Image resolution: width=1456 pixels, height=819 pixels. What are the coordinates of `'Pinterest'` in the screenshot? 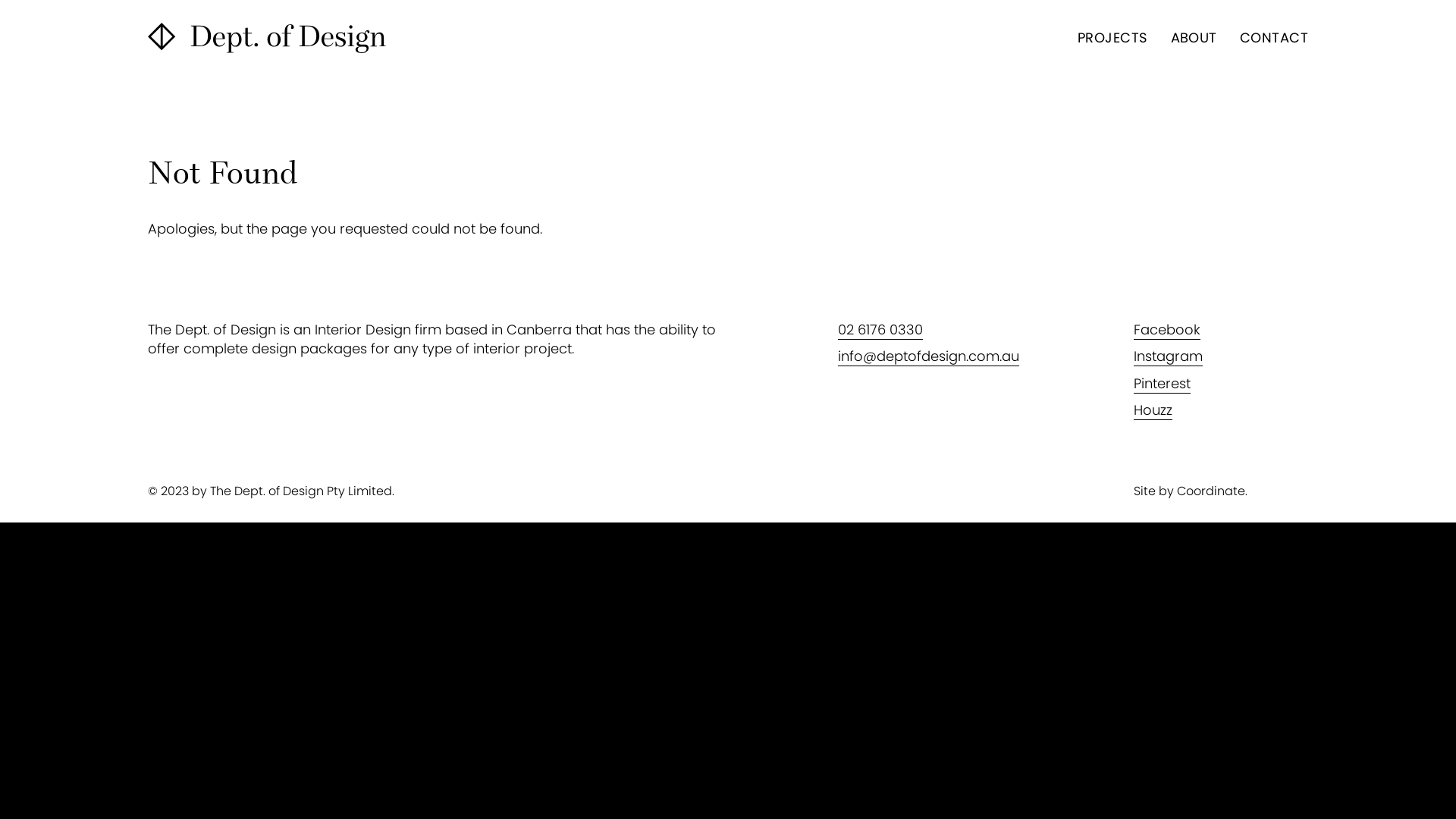 It's located at (1161, 382).